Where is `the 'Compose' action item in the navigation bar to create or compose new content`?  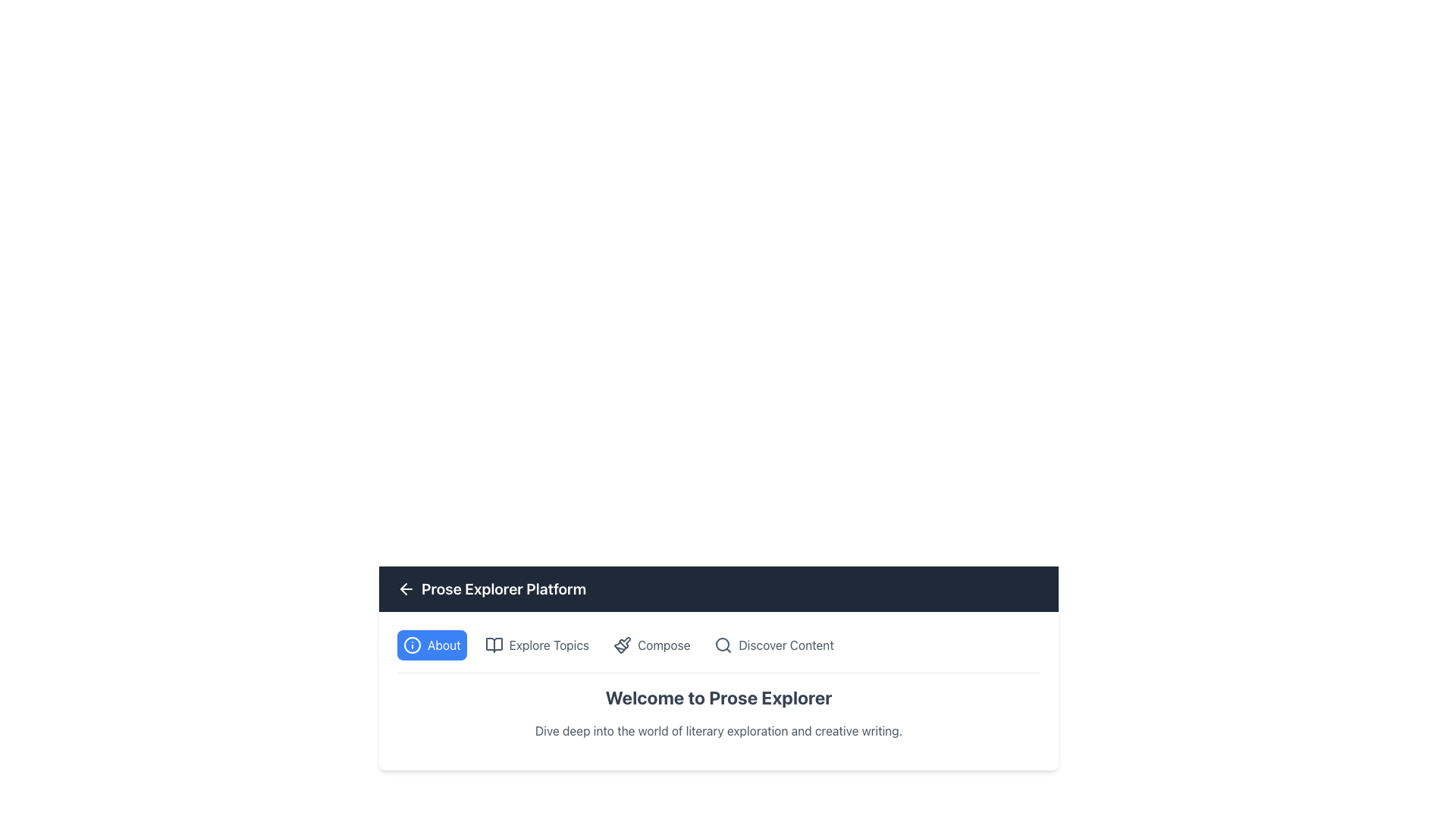
the 'Compose' action item in the navigation bar to create or compose new content is located at coordinates (663, 645).